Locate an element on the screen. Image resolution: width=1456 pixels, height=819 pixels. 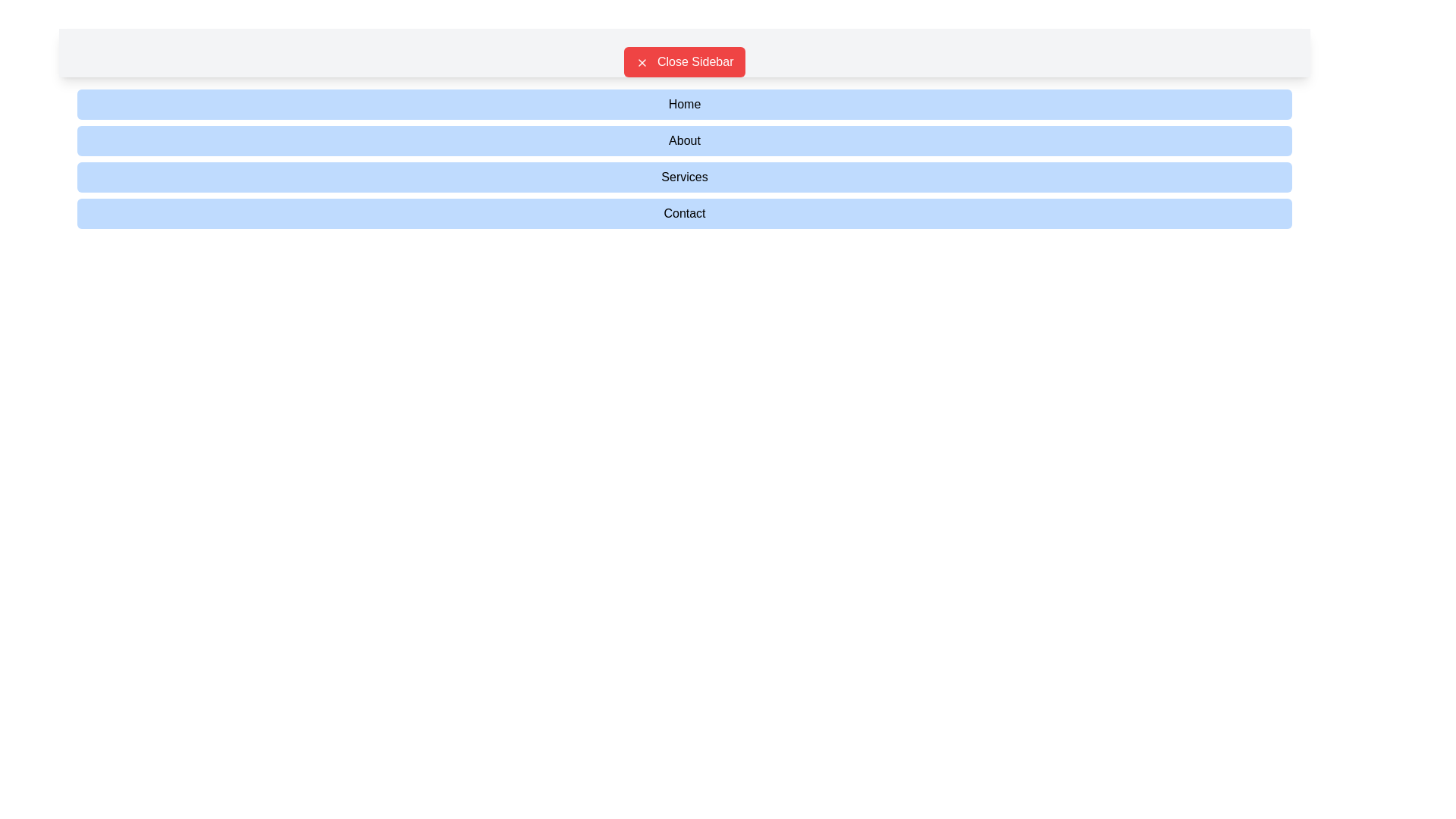
the central Text label in the navigation bar that serves as a title or label, providing visual context and branding for the section is located at coordinates (654, 52).